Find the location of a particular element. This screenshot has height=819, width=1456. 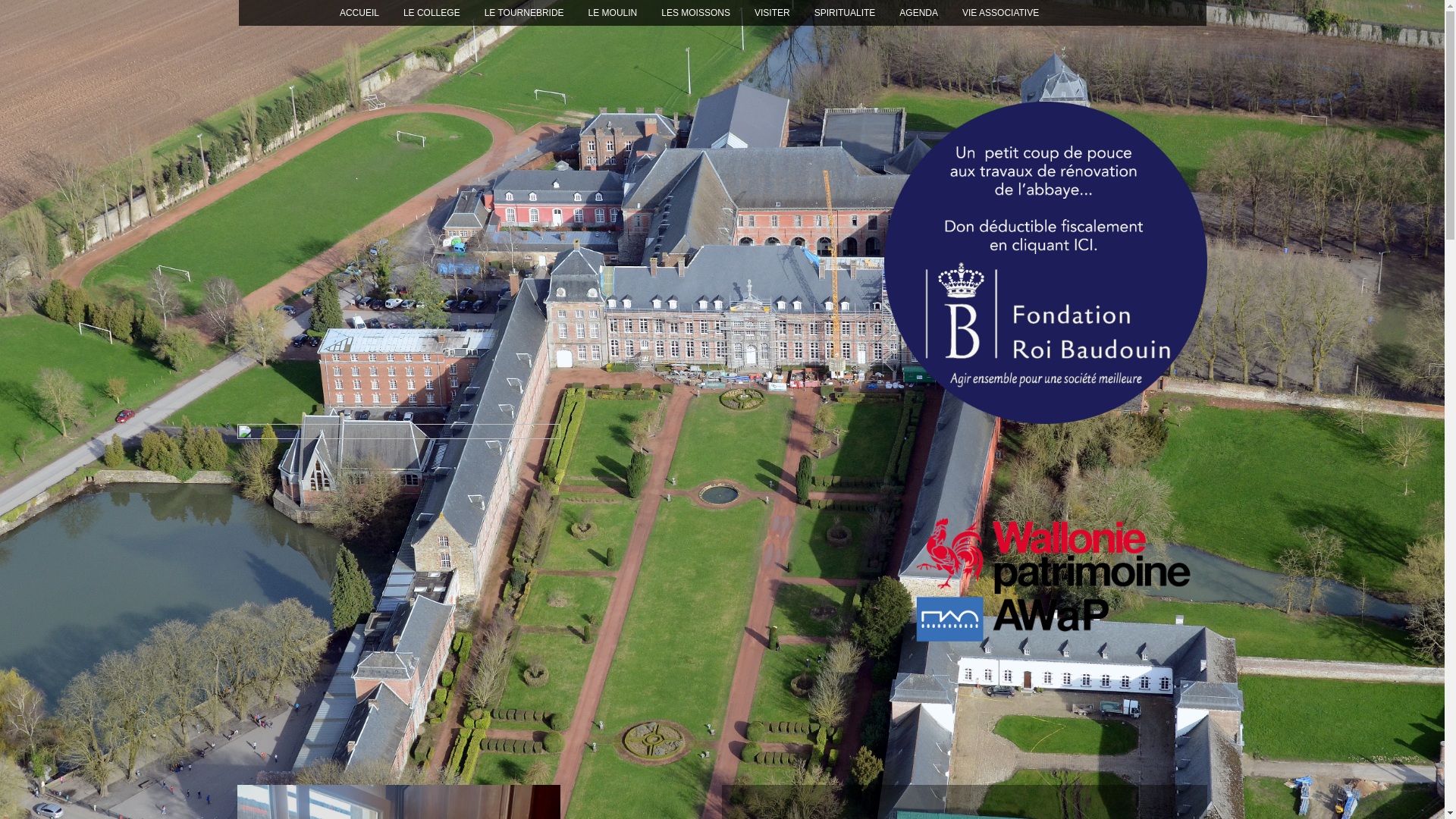

'VIE ASSOCIATIVE' is located at coordinates (1000, 12).